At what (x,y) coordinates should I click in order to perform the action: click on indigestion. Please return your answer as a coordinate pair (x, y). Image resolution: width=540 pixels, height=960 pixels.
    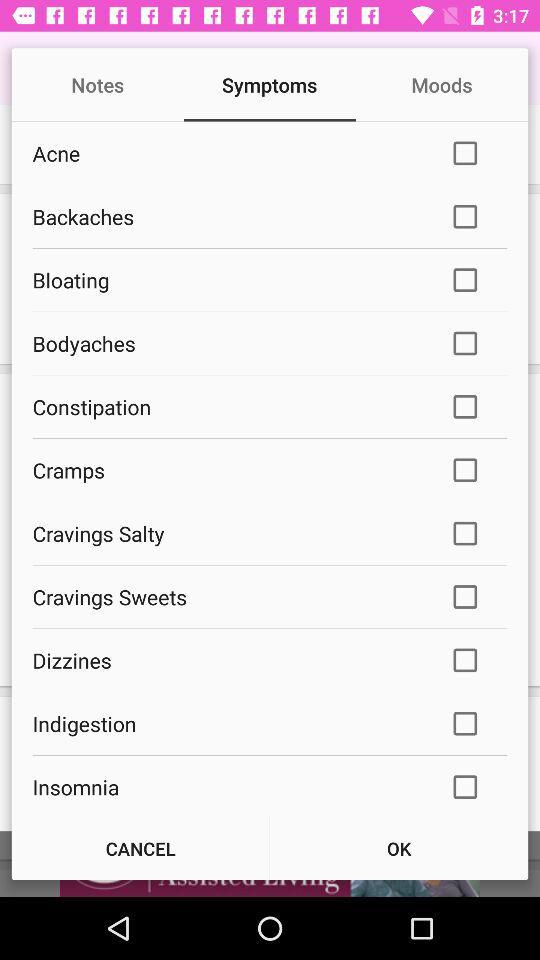
    Looking at the image, I should click on (226, 722).